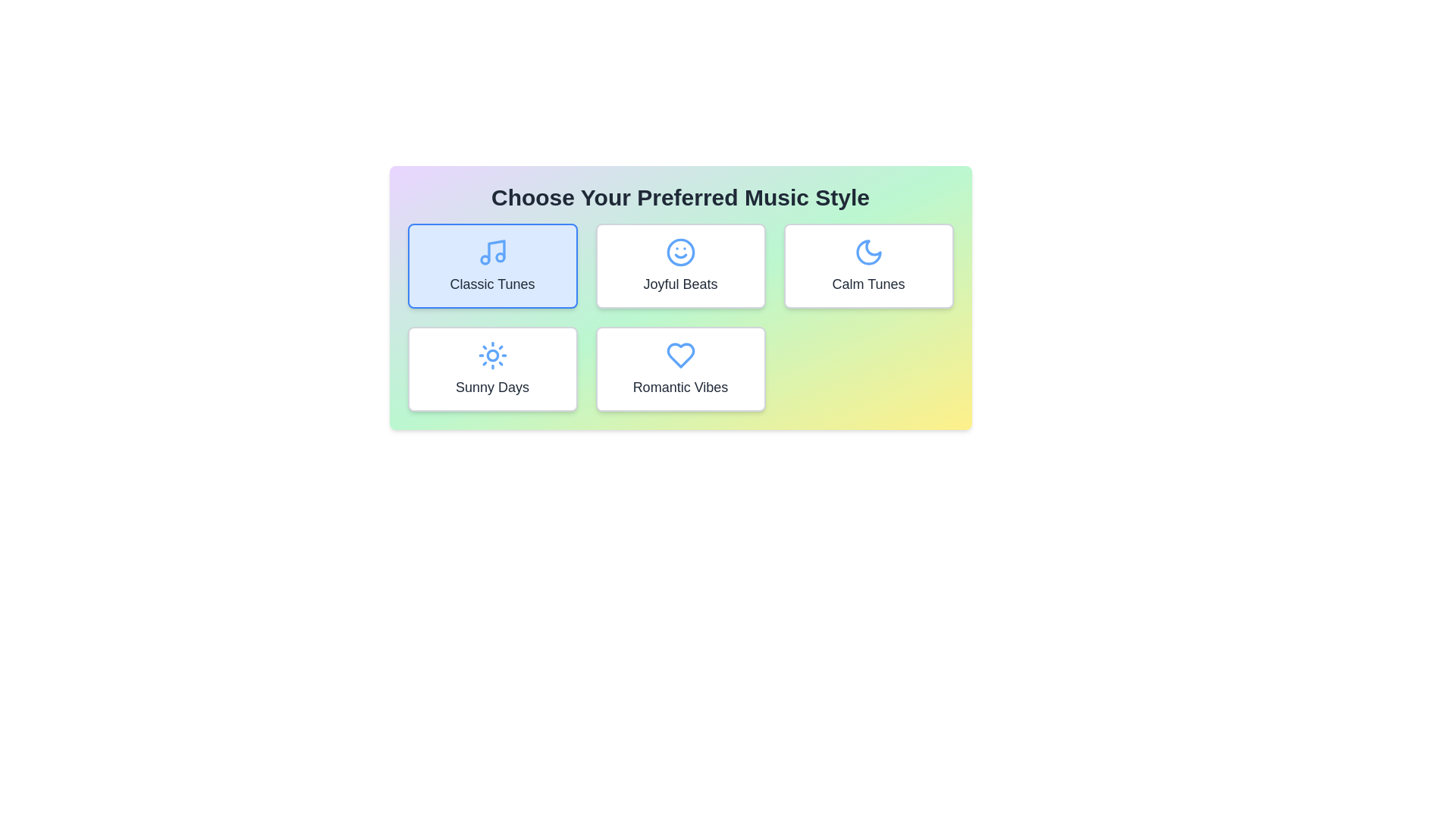  What do you see at coordinates (492, 356) in the screenshot?
I see `the sun icon within the 'Sunny Days' card located in the lower left corner of the six-card grid layout` at bounding box center [492, 356].